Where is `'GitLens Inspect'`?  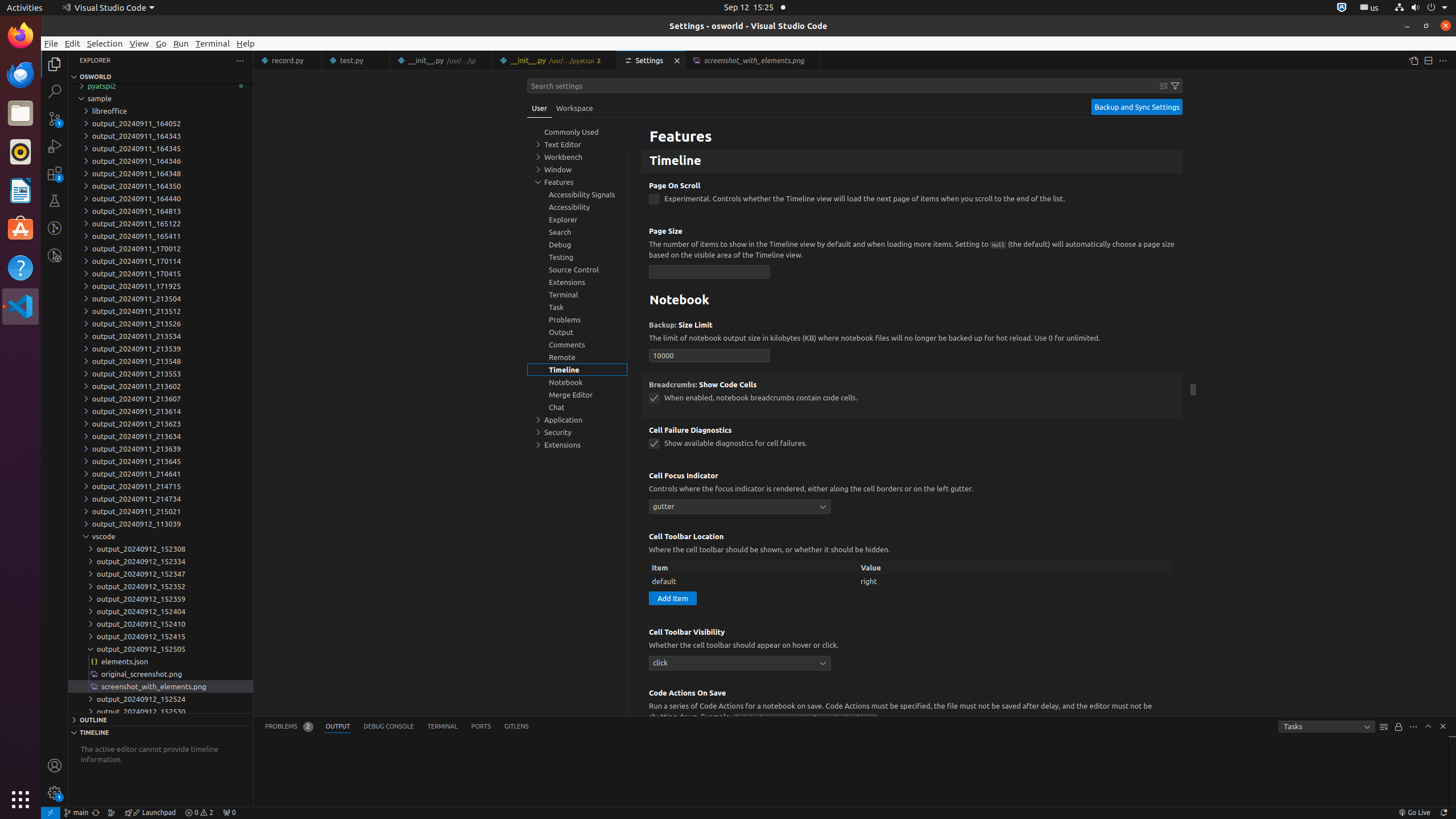 'GitLens Inspect' is located at coordinates (54, 255).